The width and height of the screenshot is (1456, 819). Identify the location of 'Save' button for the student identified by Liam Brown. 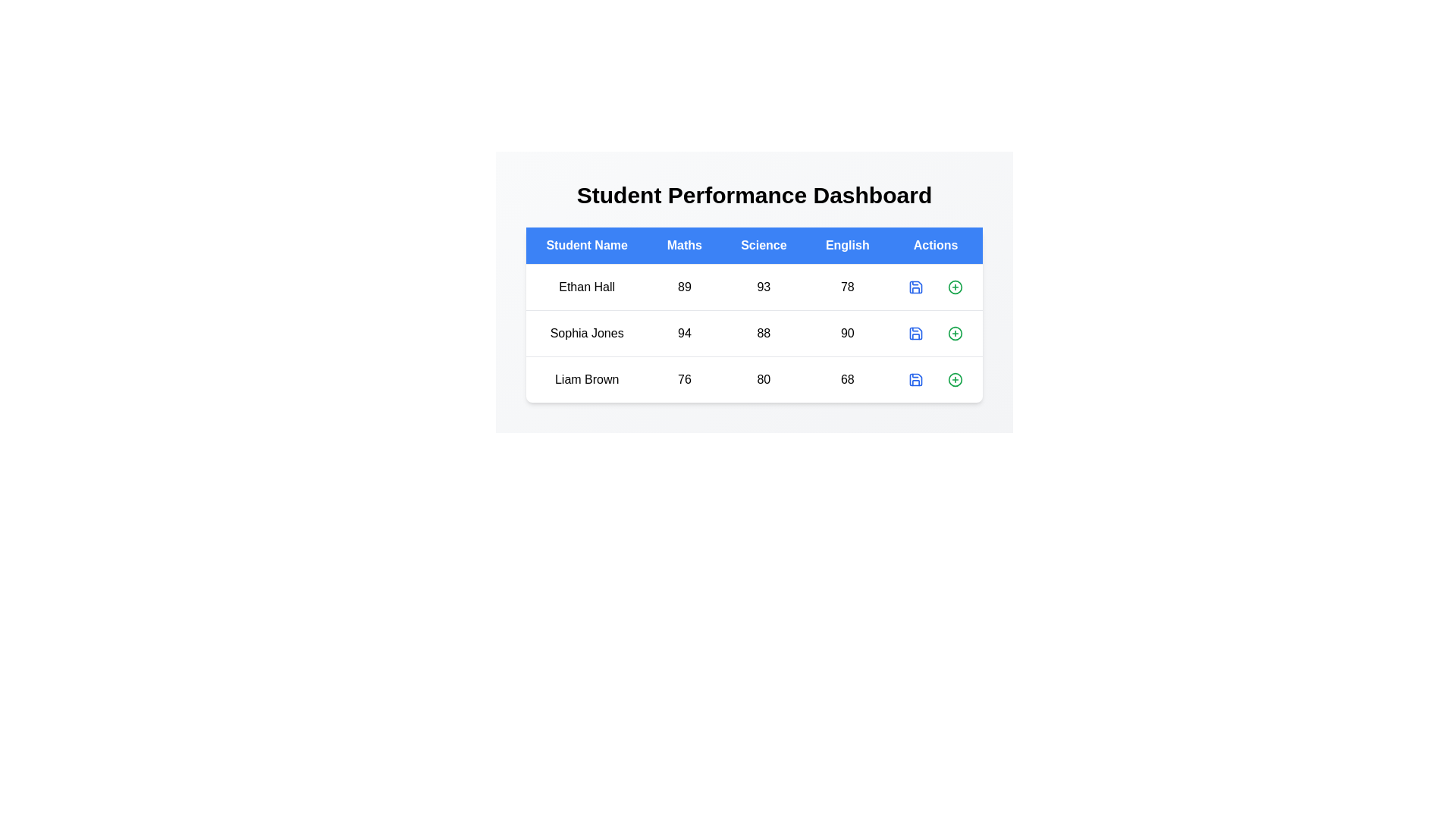
(915, 379).